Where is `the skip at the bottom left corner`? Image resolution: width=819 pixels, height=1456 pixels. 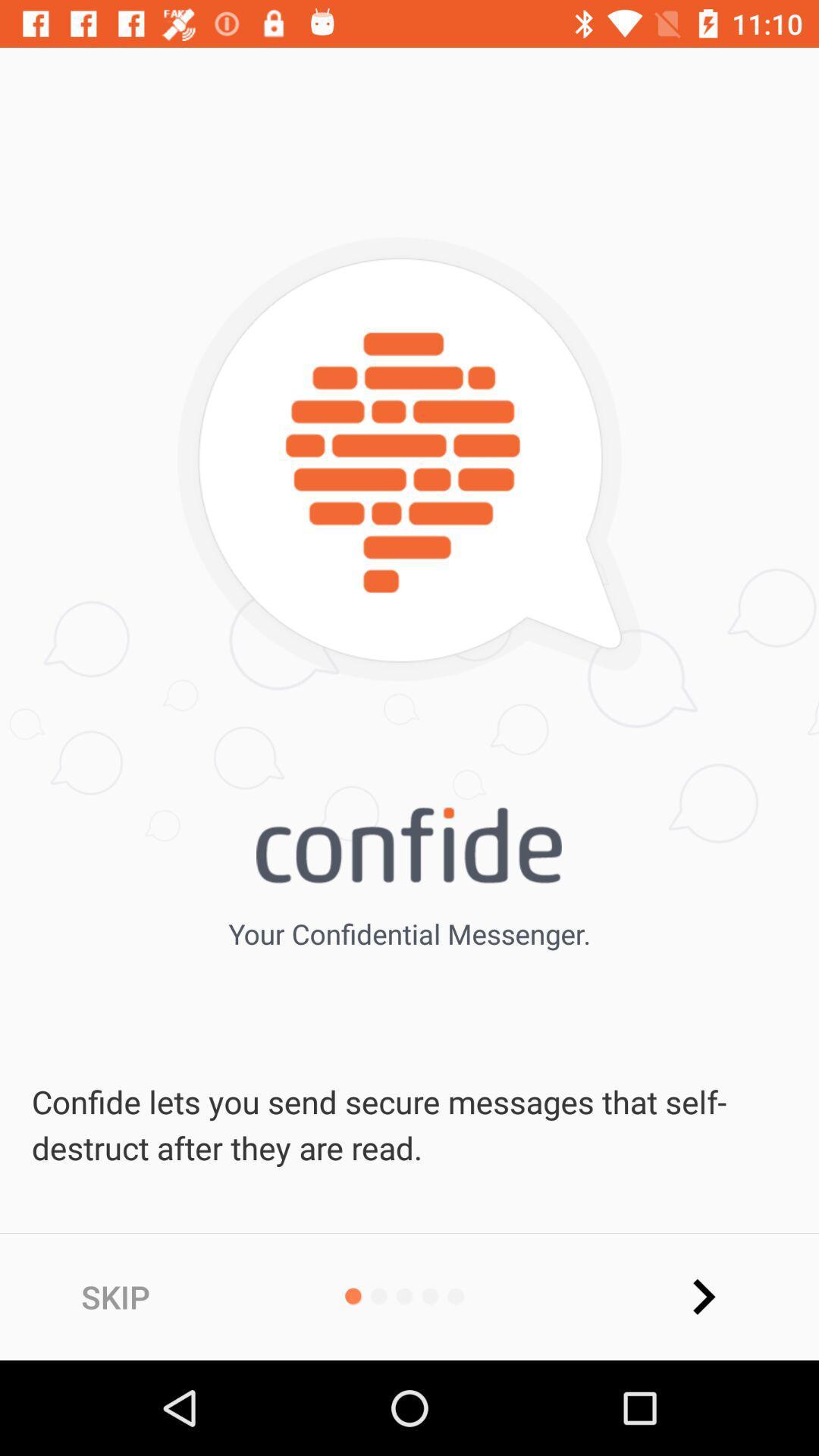
the skip at the bottom left corner is located at coordinates (115, 1296).